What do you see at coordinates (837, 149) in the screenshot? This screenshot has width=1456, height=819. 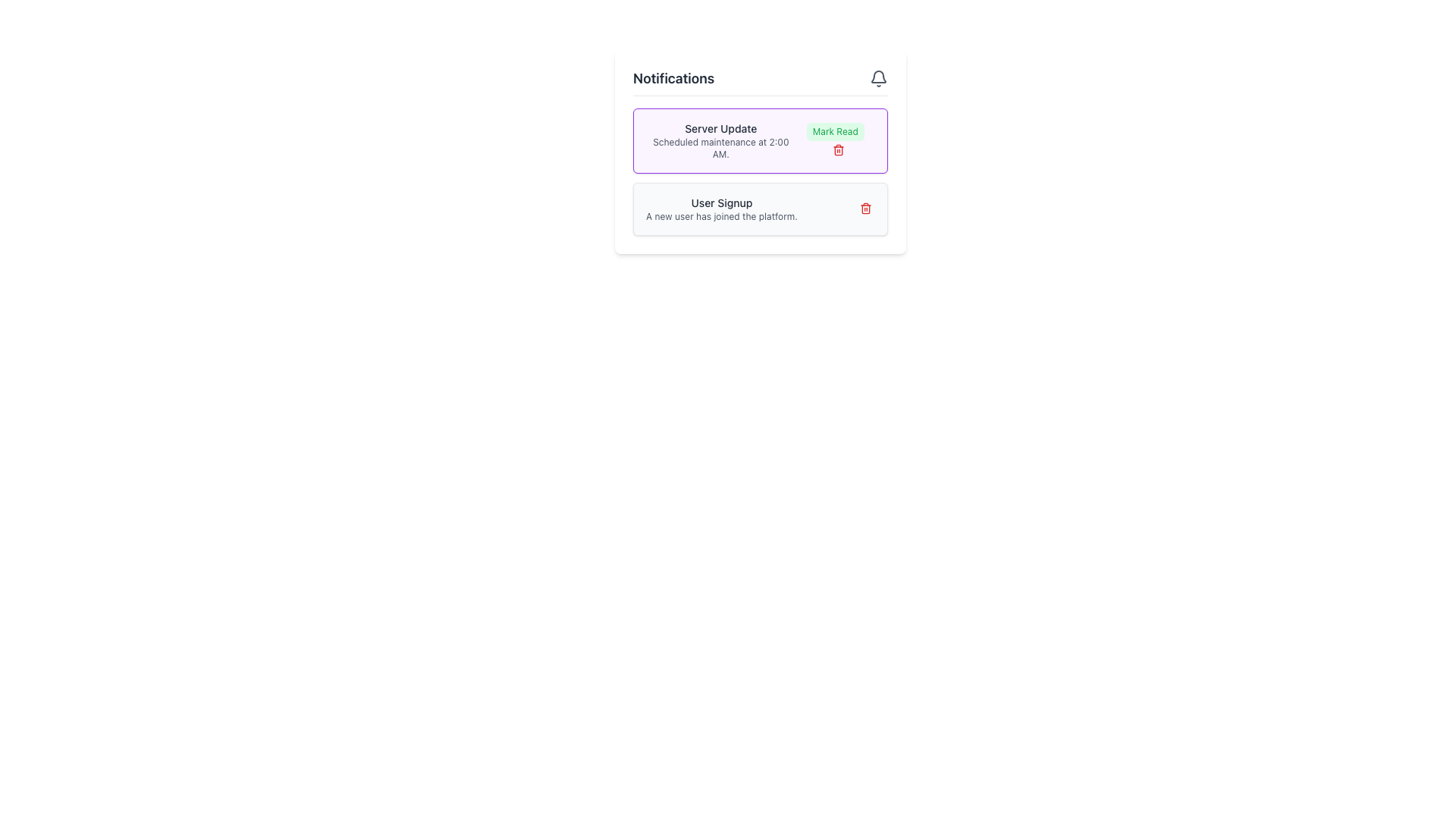 I see `the red-colored trash bin icon button located in the upper notification card for keyboard interaction` at bounding box center [837, 149].